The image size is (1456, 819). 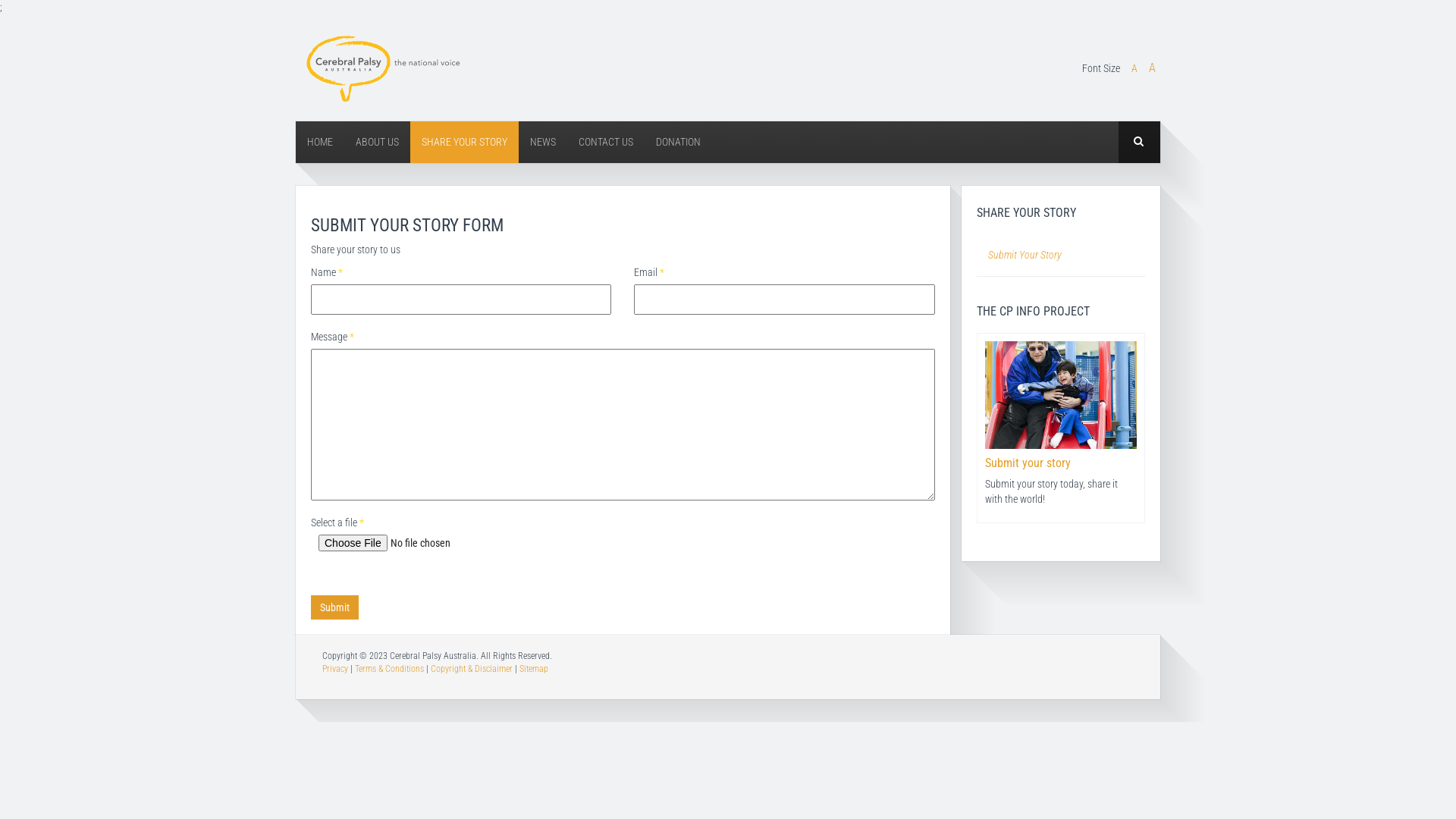 I want to click on 'ABOUT US', so click(x=377, y=142).